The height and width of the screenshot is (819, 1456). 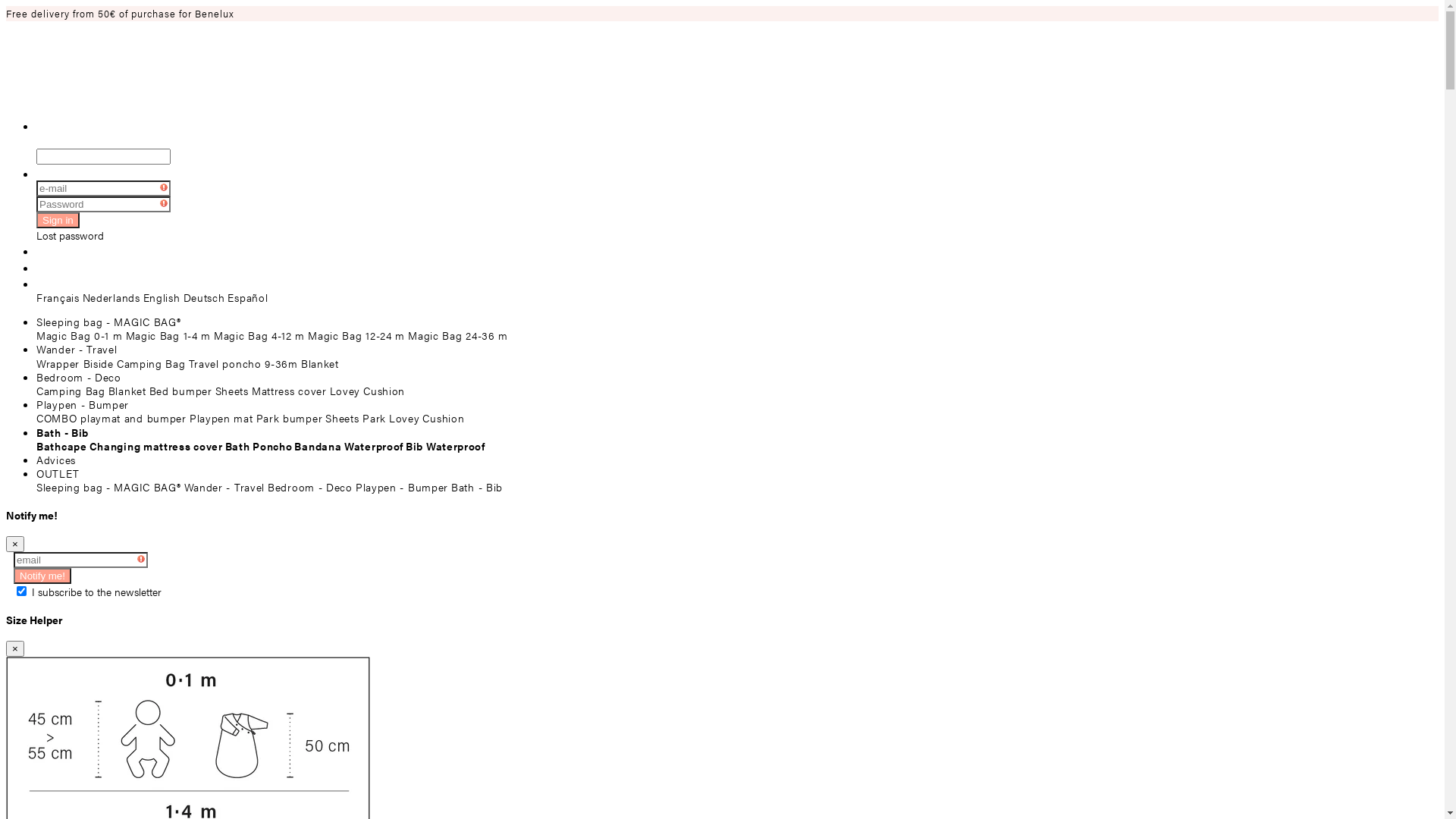 What do you see at coordinates (475, 486) in the screenshot?
I see `'Bath - Bib'` at bounding box center [475, 486].